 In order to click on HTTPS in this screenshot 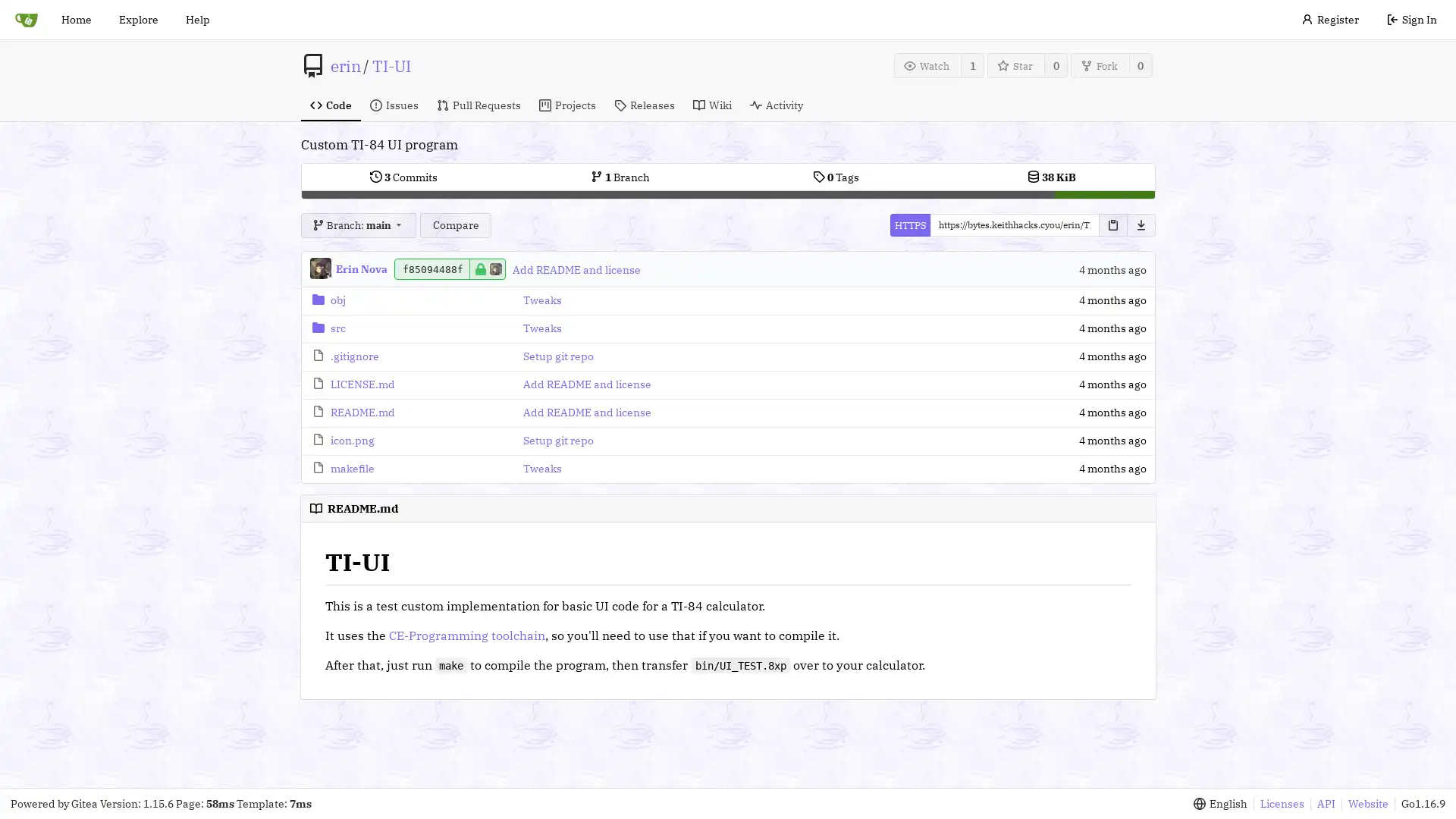, I will do `click(909, 225)`.